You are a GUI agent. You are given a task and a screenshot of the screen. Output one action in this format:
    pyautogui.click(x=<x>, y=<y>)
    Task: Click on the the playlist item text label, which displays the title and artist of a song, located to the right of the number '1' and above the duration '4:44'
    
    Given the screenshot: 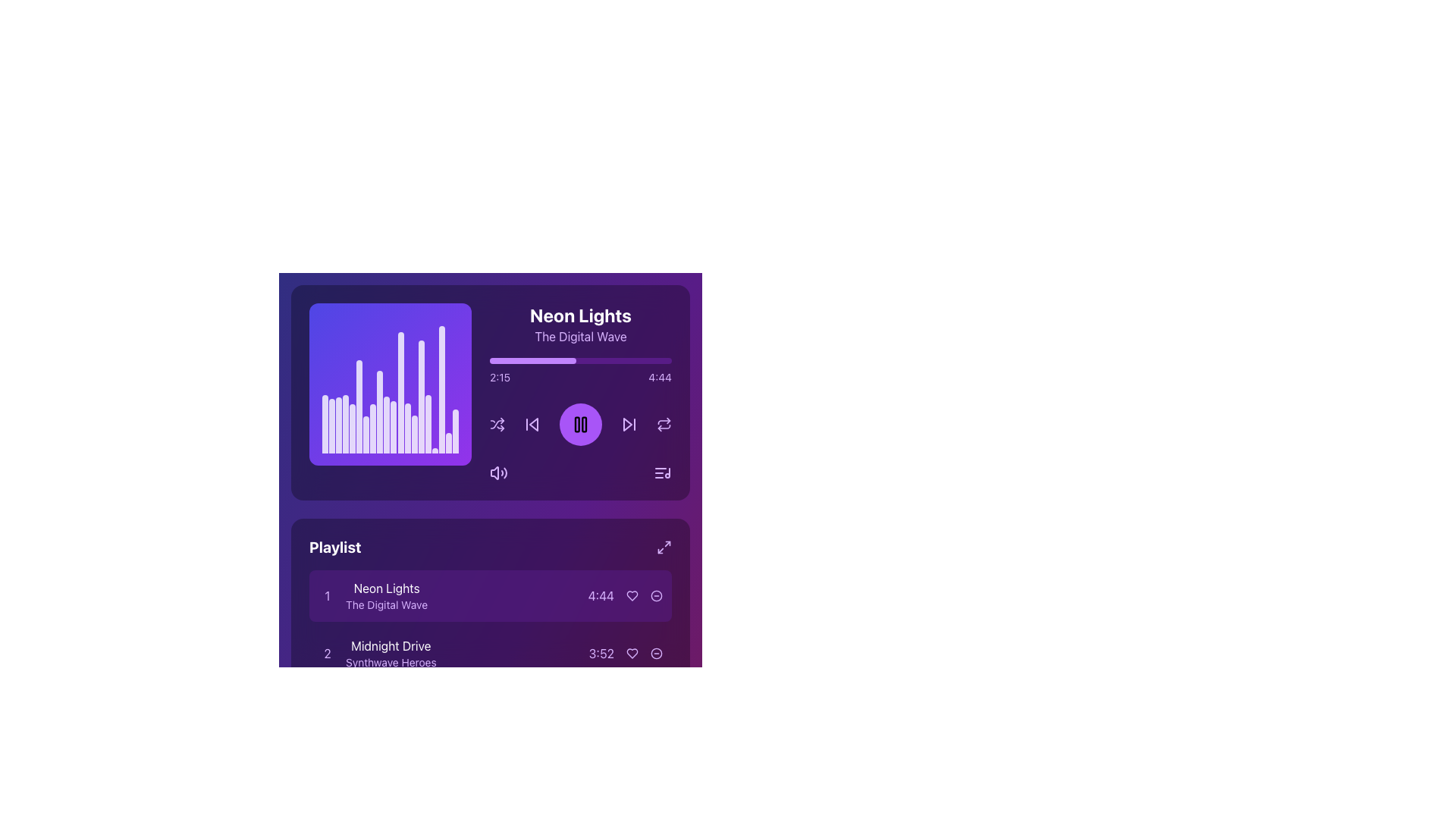 What is the action you would take?
    pyautogui.click(x=387, y=595)
    